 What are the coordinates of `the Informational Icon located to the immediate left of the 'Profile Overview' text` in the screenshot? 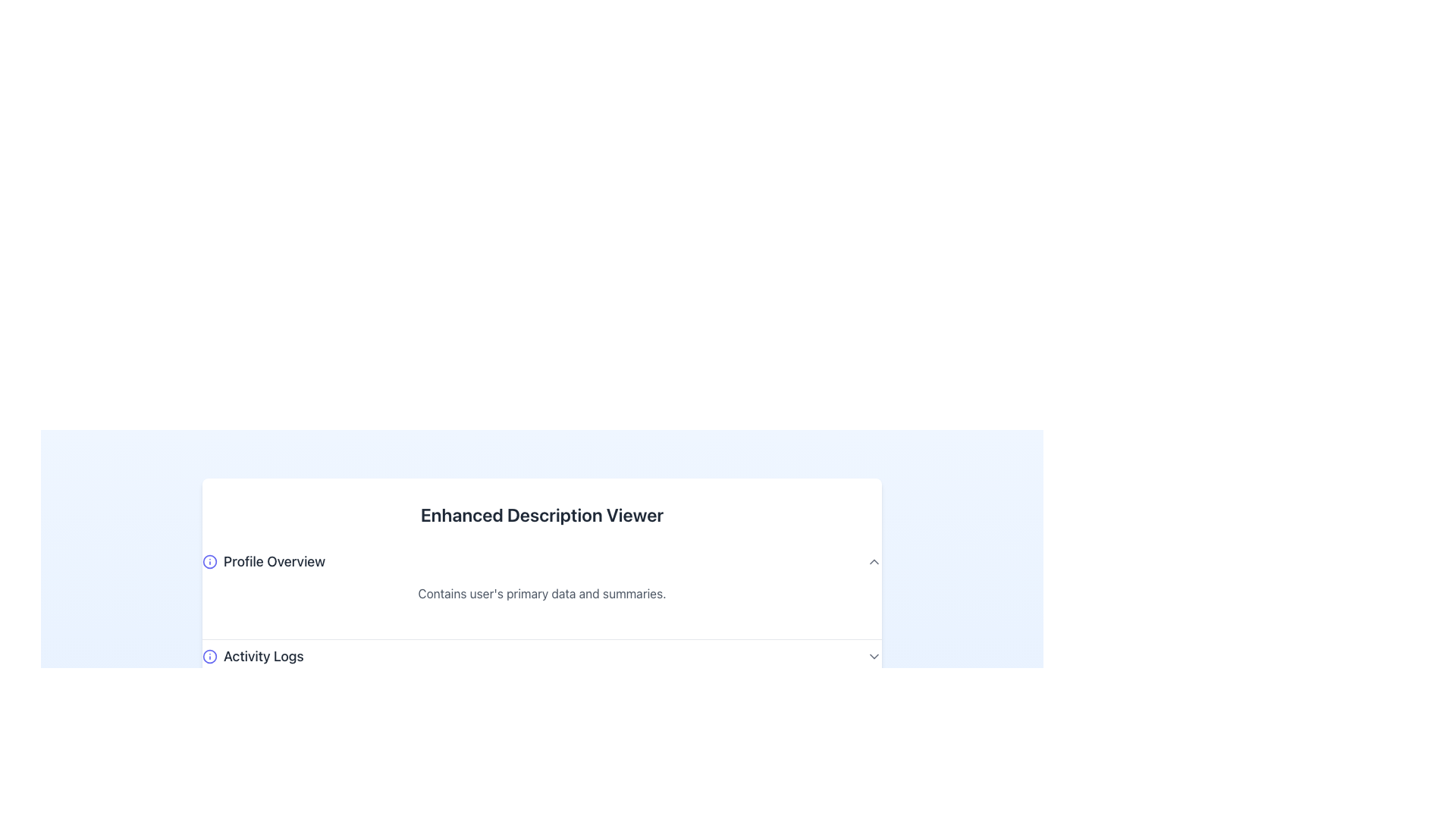 It's located at (209, 561).